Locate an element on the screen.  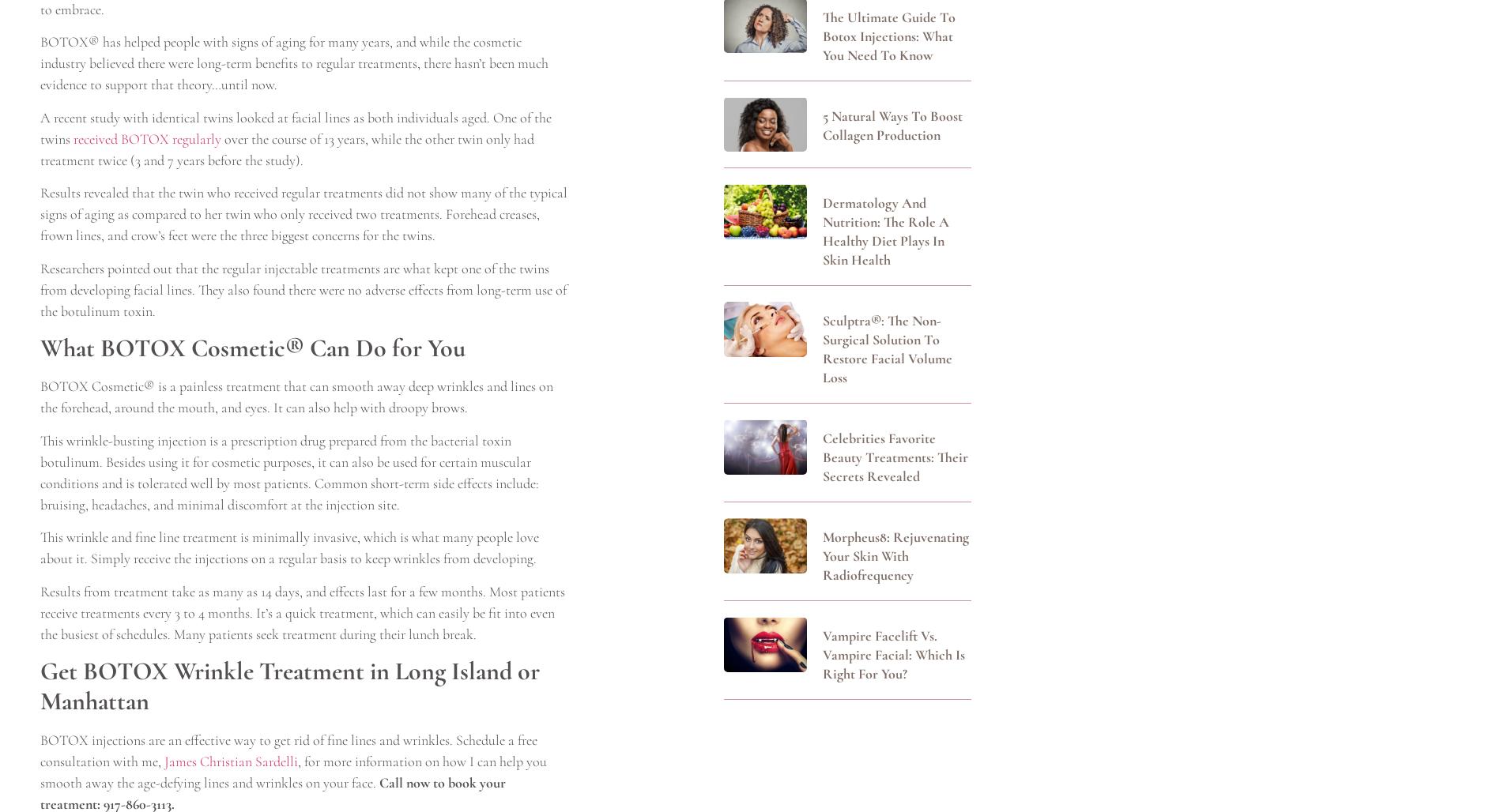
'BOTOX® has helped people with signs of aging for many years, and while the cosmetic industry believed there were long-term benefits to regular treatments, there hasn’t been much evidence to support that theory…until now.' is located at coordinates (294, 62).